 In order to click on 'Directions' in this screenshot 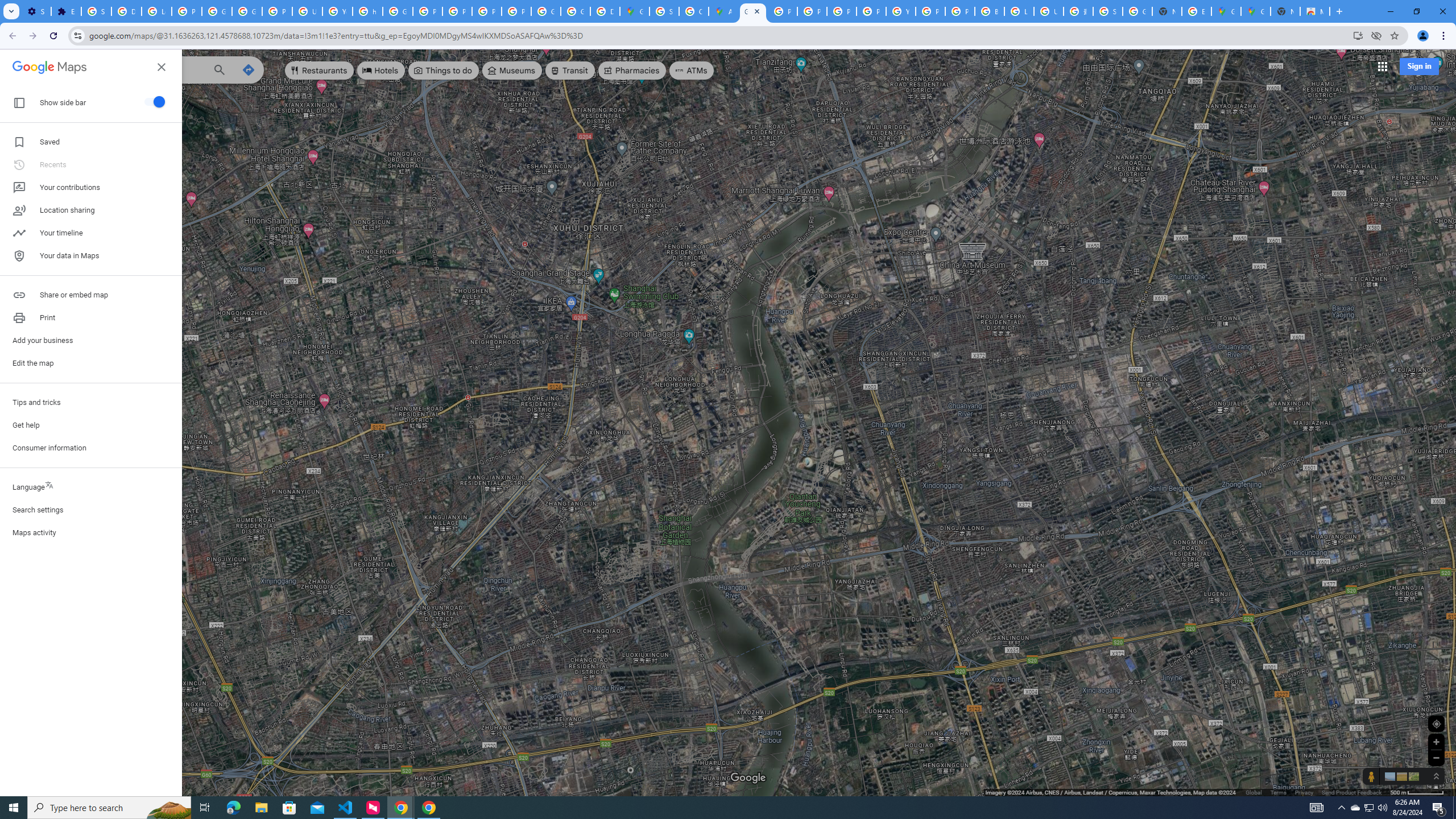, I will do `click(248, 69)`.